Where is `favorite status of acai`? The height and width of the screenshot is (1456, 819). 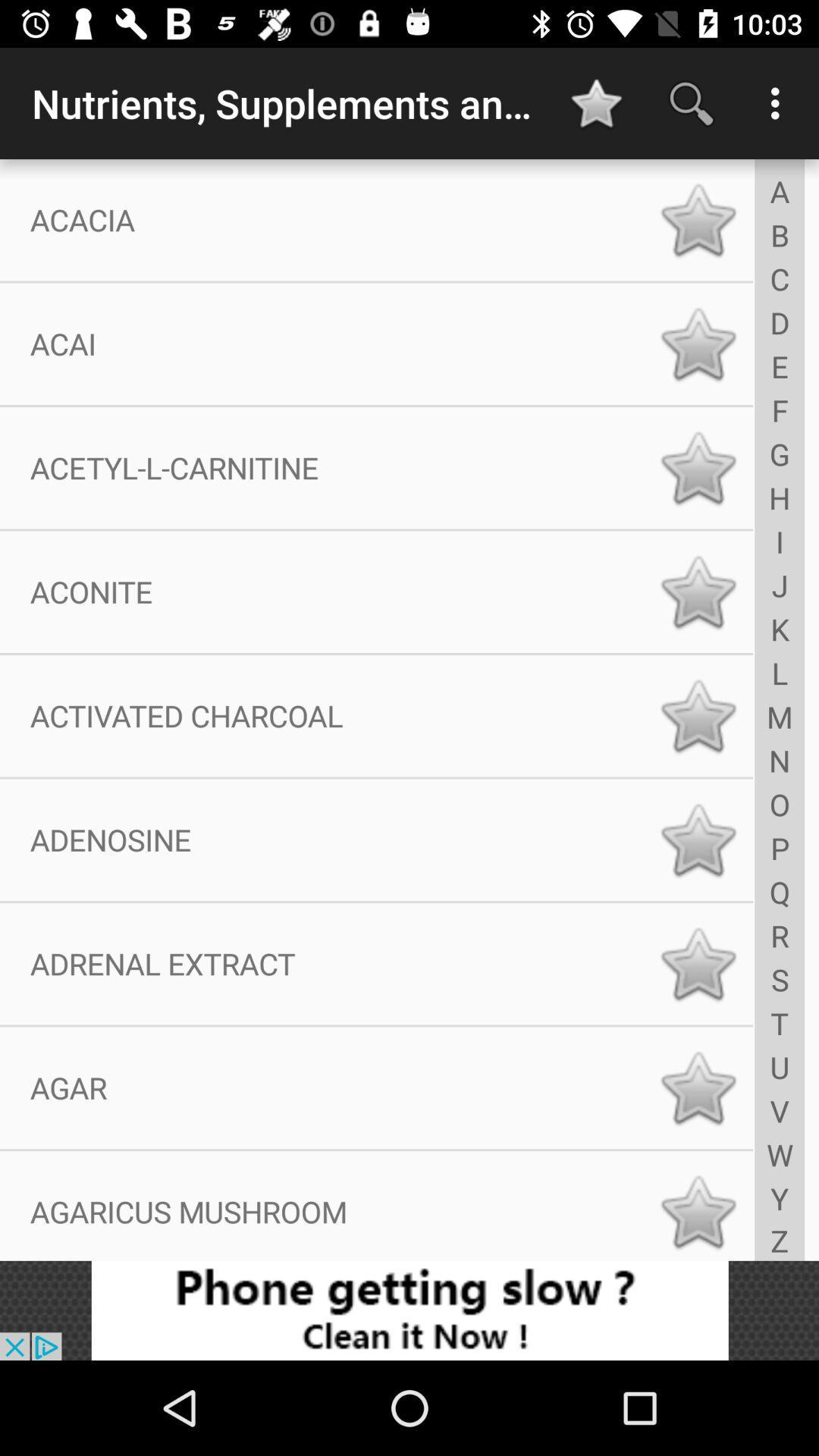 favorite status of acai is located at coordinates (698, 343).